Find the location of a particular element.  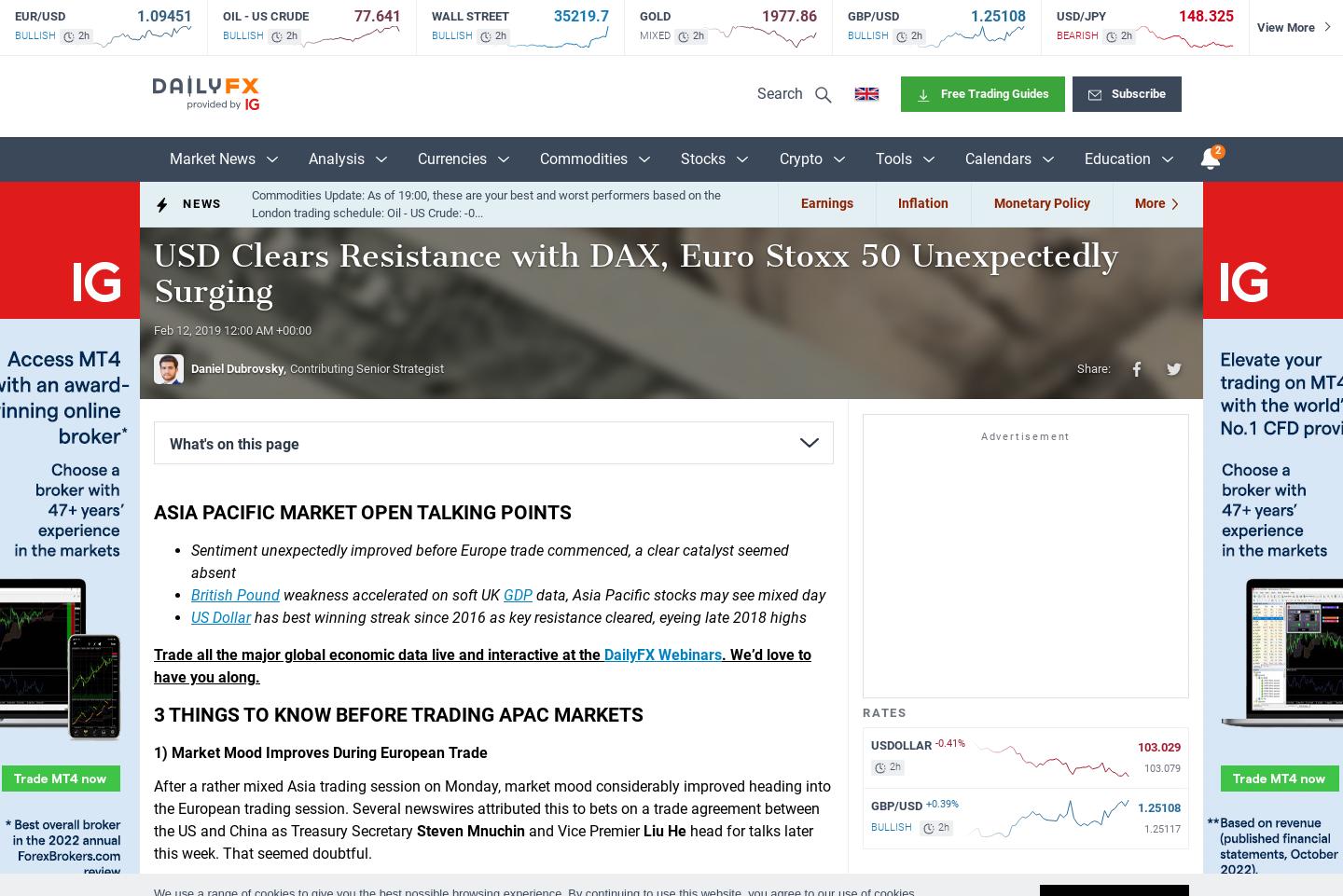

'Analysis' is located at coordinates (336, 158).